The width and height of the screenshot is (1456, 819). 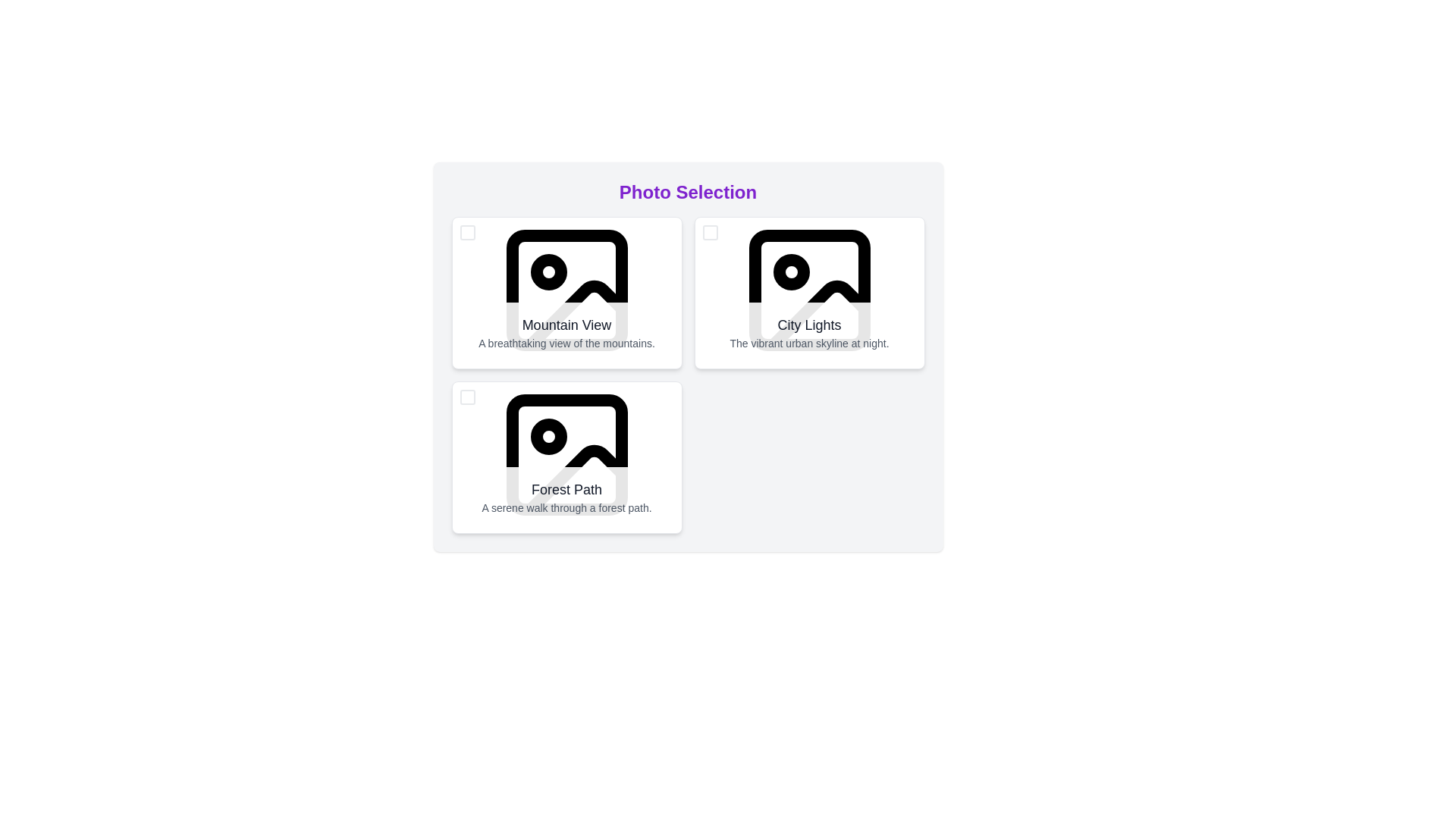 What do you see at coordinates (548, 271) in the screenshot?
I see `the circular graphic located inside the 'Mountain View' thumbnail, which serves as a decorative feature within the photo frame` at bounding box center [548, 271].